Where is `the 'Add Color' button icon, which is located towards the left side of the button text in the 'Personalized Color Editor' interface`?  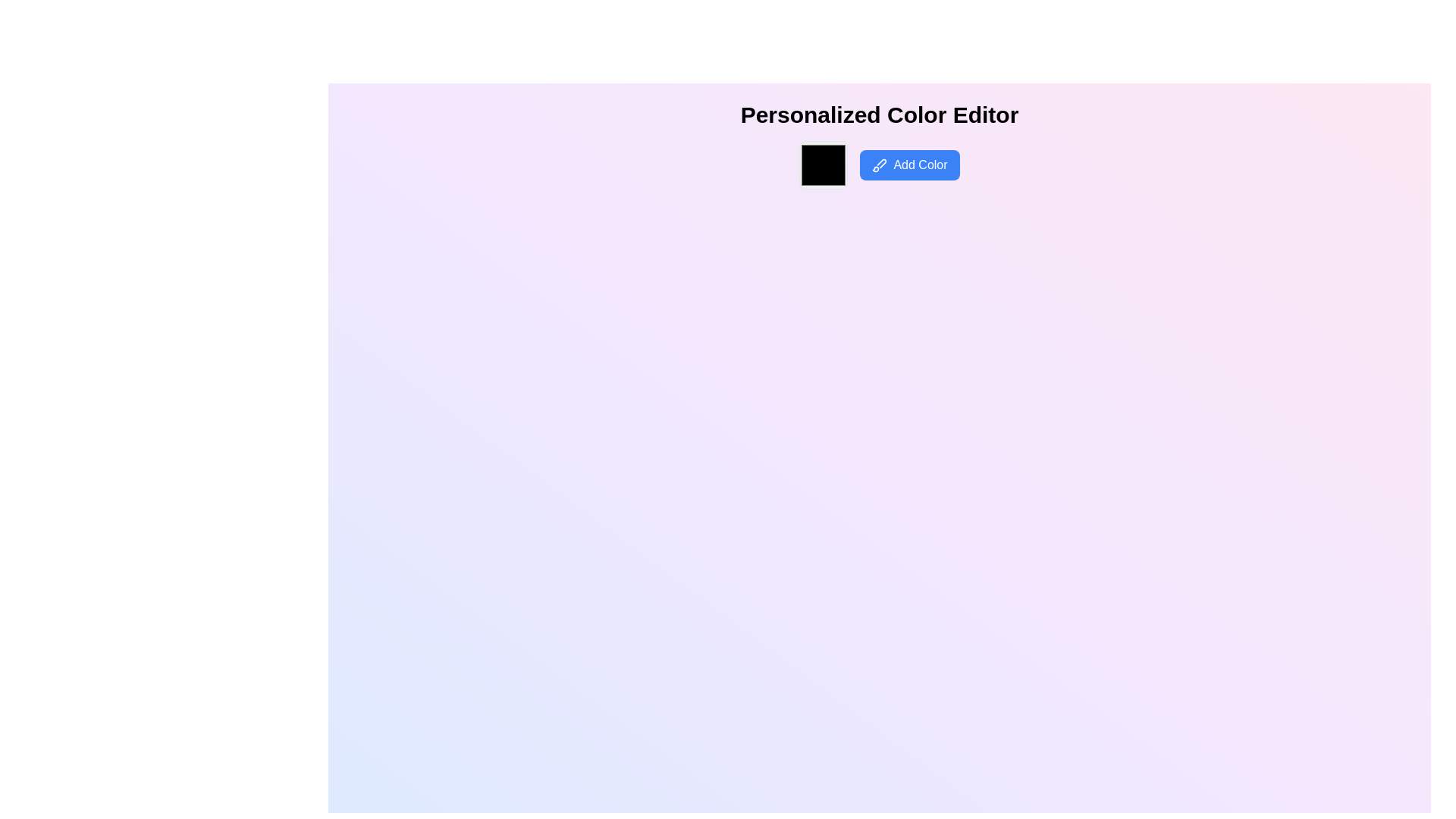
the 'Add Color' button icon, which is located towards the left side of the button text in the 'Personalized Color Editor' interface is located at coordinates (880, 165).